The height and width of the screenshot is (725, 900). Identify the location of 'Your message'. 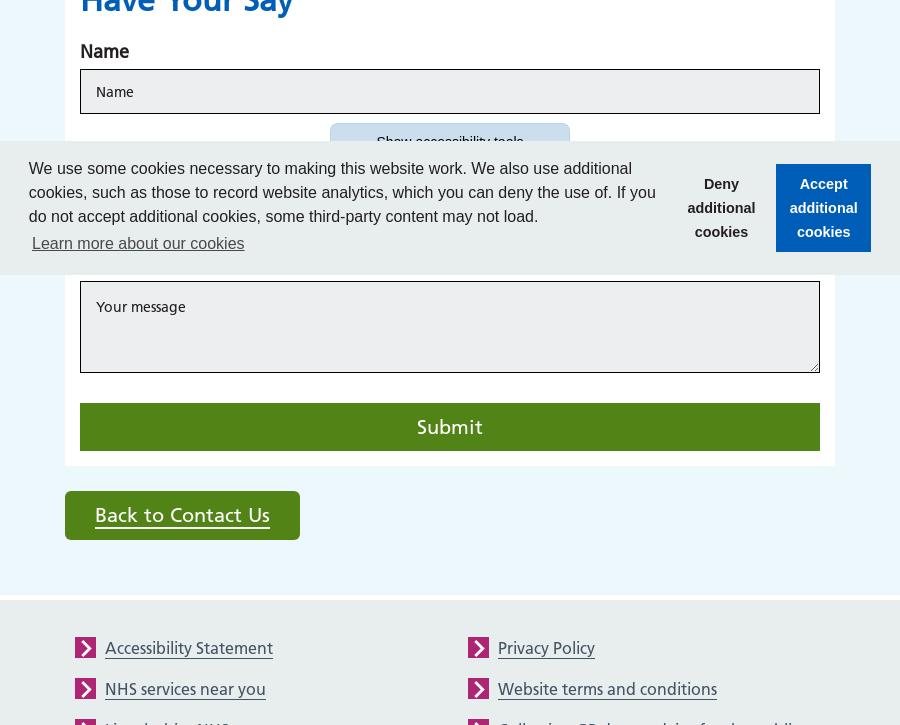
(137, 262).